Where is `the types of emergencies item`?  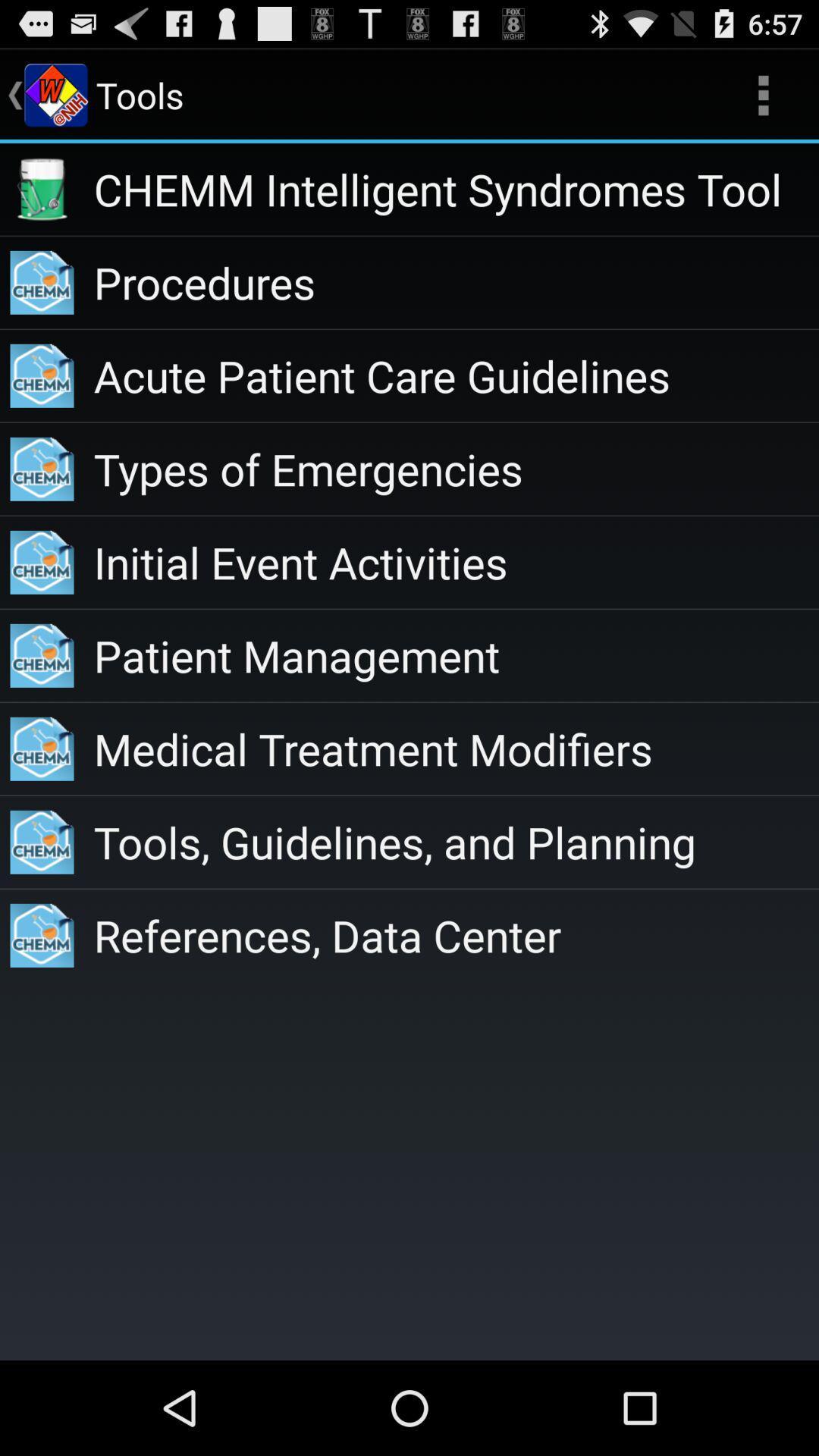 the types of emergencies item is located at coordinates (455, 468).